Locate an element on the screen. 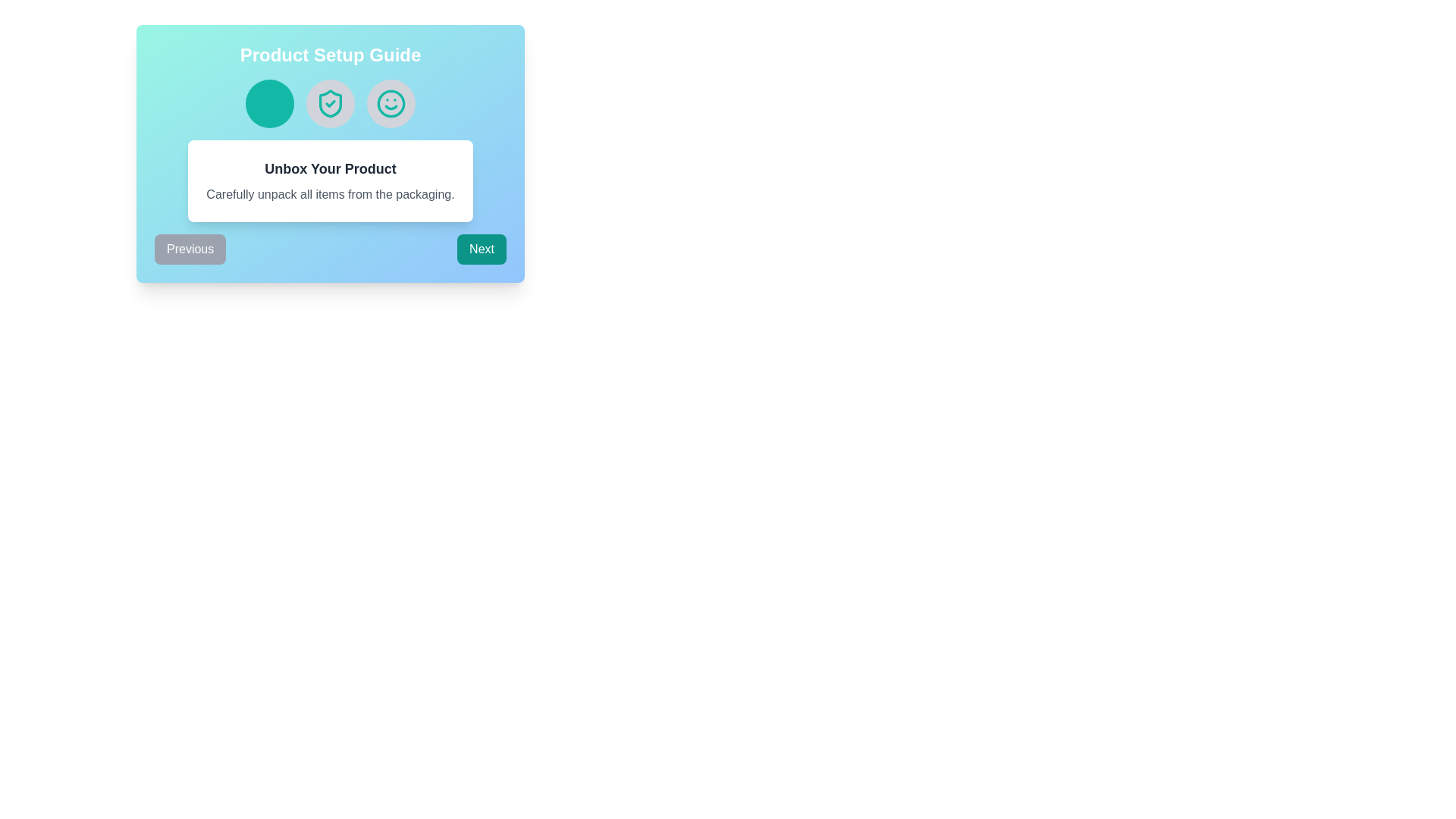  the second circular icon from the left, which has a shield symbol with a check mark inside and a gray background with teal accents is located at coordinates (330, 103).